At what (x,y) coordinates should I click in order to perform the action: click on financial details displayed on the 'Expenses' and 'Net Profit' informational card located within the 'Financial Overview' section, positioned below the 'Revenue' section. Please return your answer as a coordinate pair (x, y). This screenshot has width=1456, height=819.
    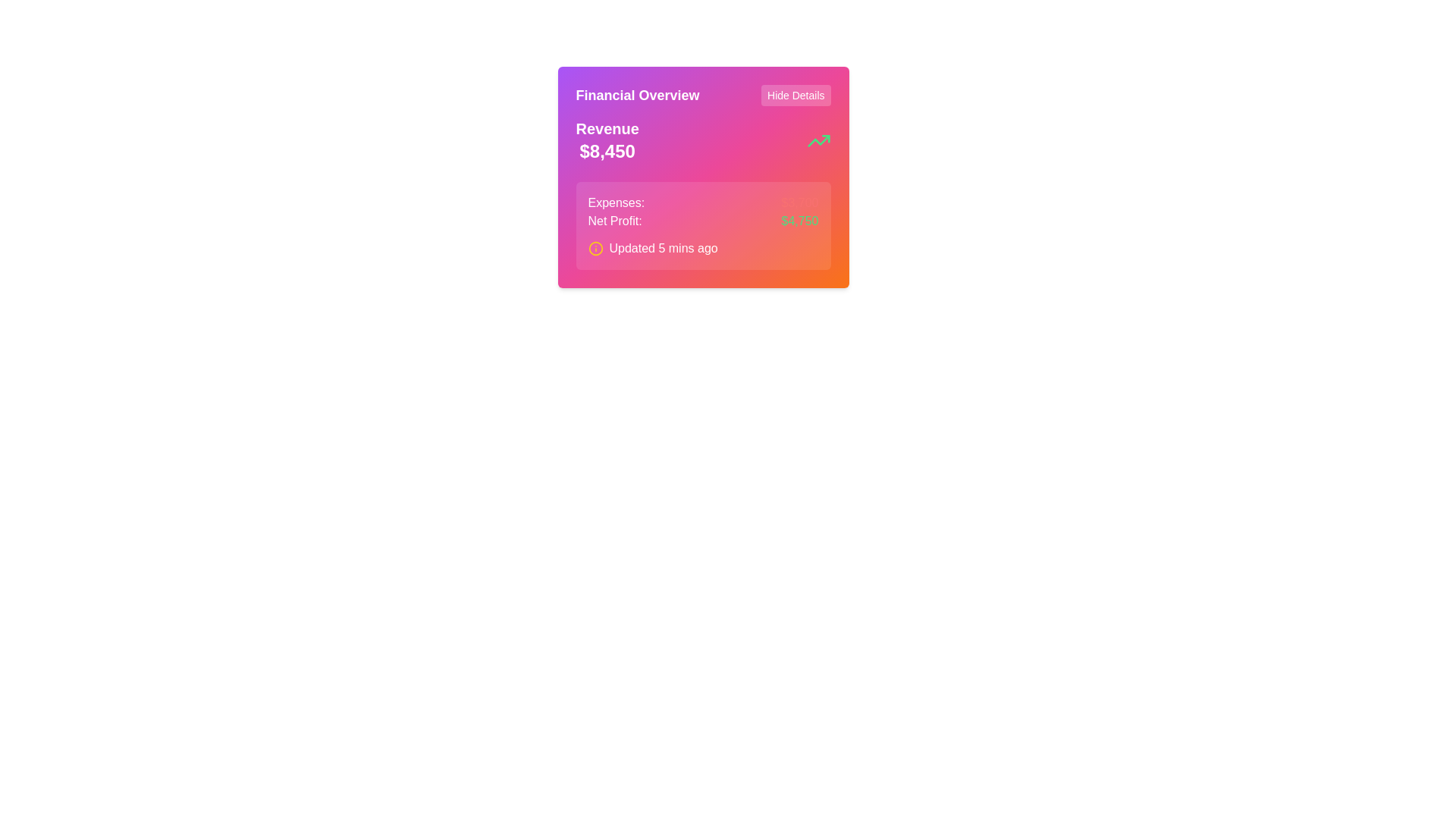
    Looking at the image, I should click on (702, 225).